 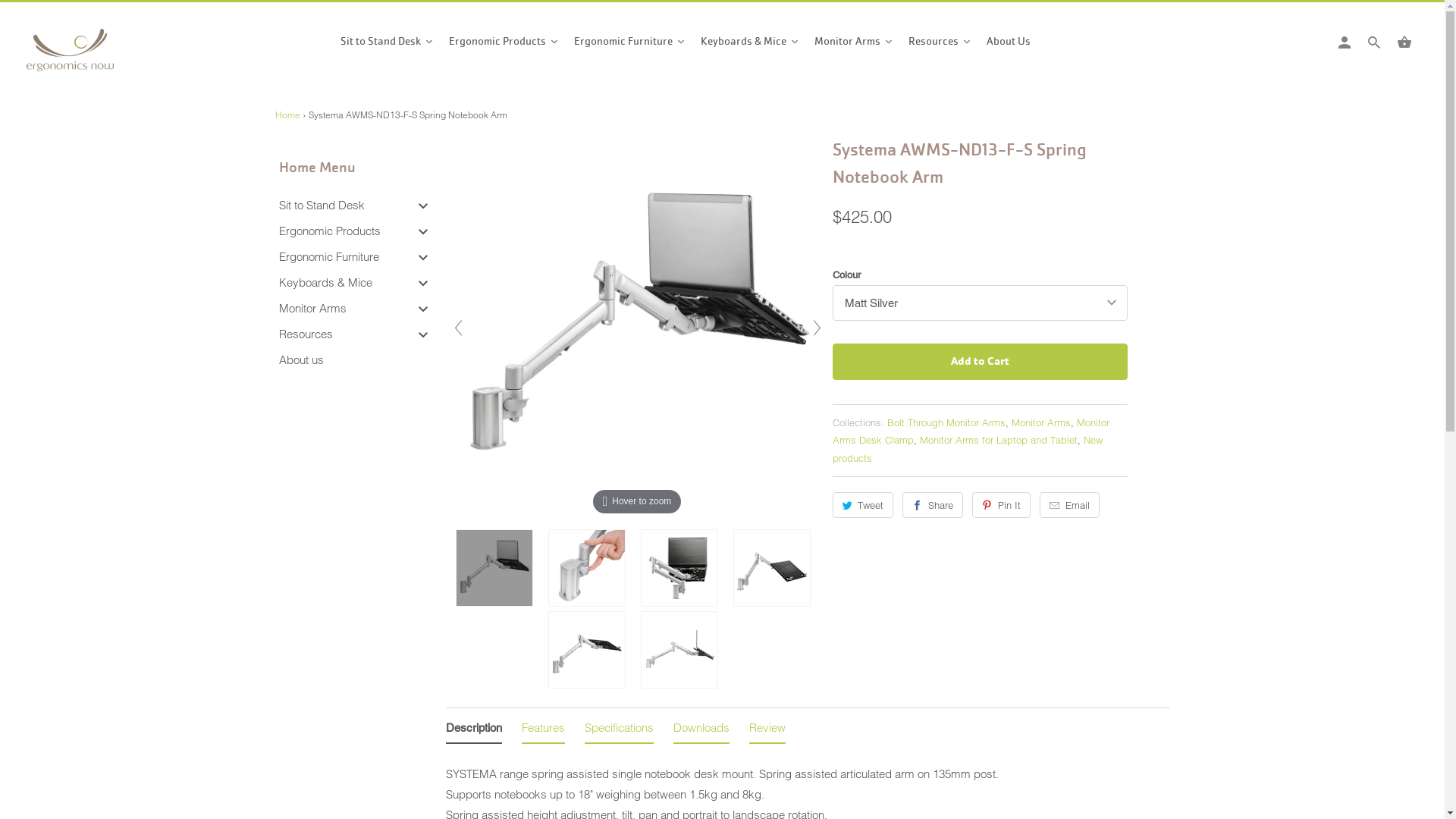 What do you see at coordinates (305, 333) in the screenshot?
I see `'Resources'` at bounding box center [305, 333].